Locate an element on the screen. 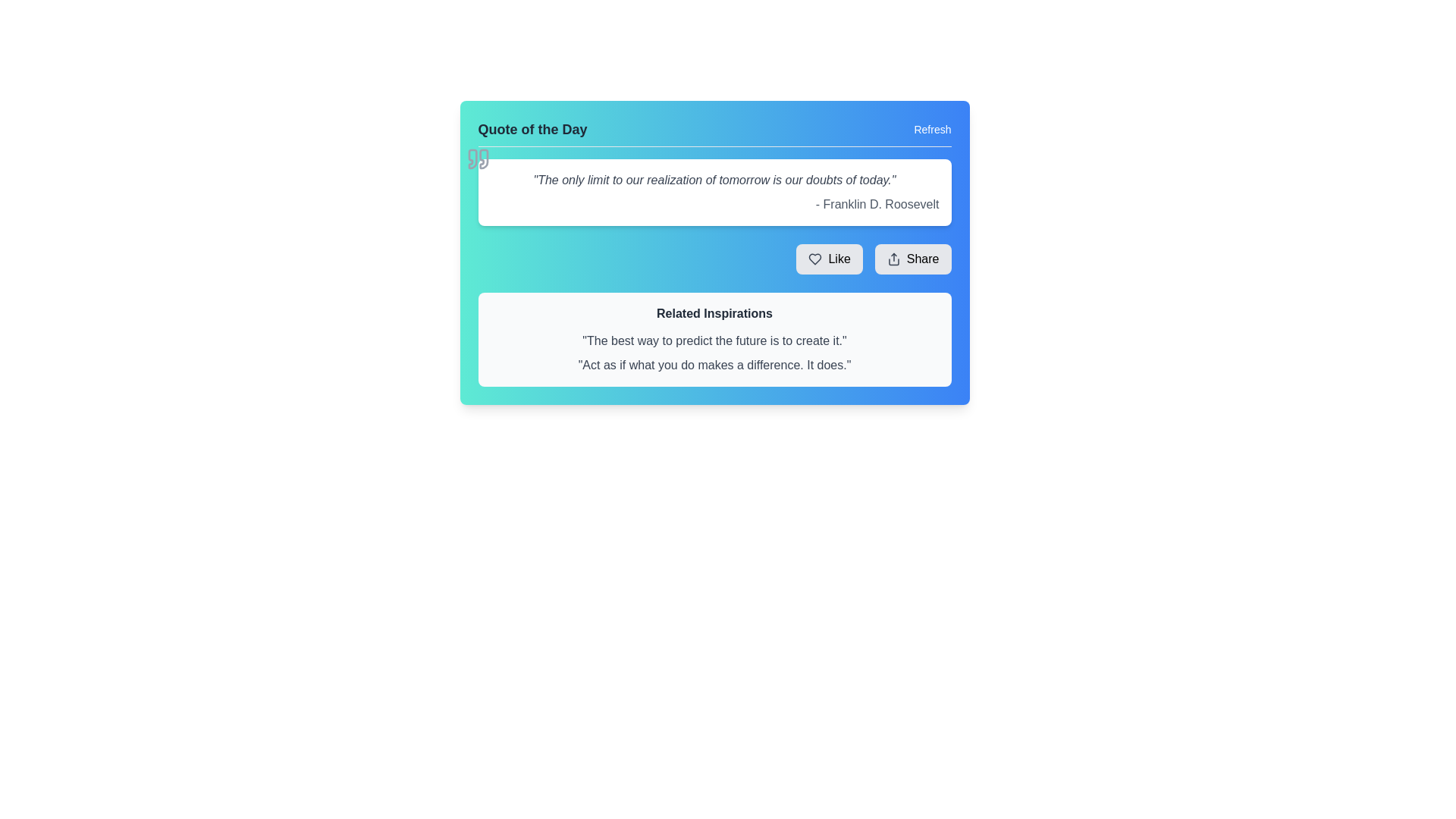 The width and height of the screenshot is (1456, 819). the reload button located at the upper-right corner of the 'Quote of the Day' section to refresh the content is located at coordinates (931, 128).